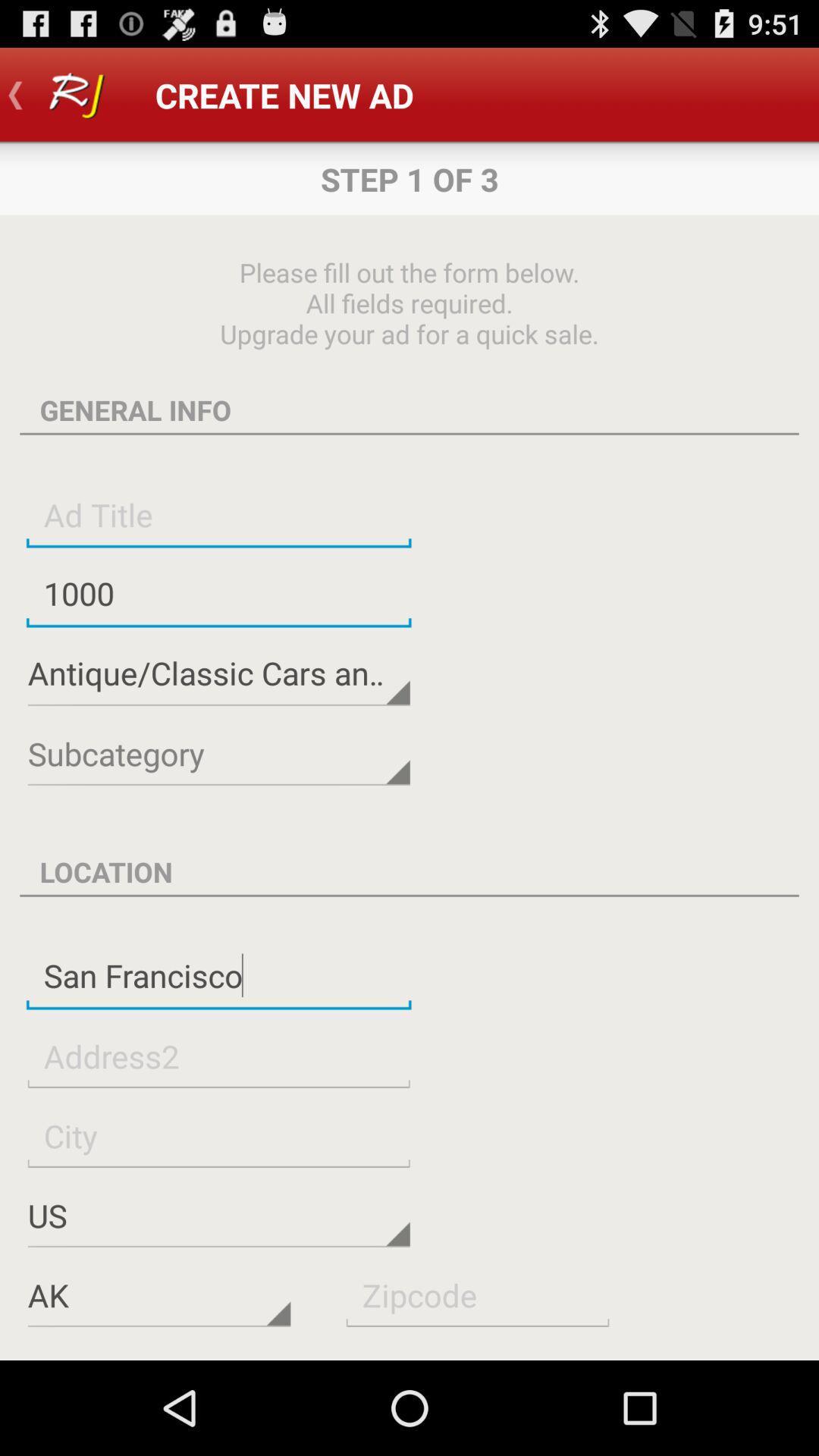  What do you see at coordinates (476, 1294) in the screenshot?
I see `zipcode` at bounding box center [476, 1294].